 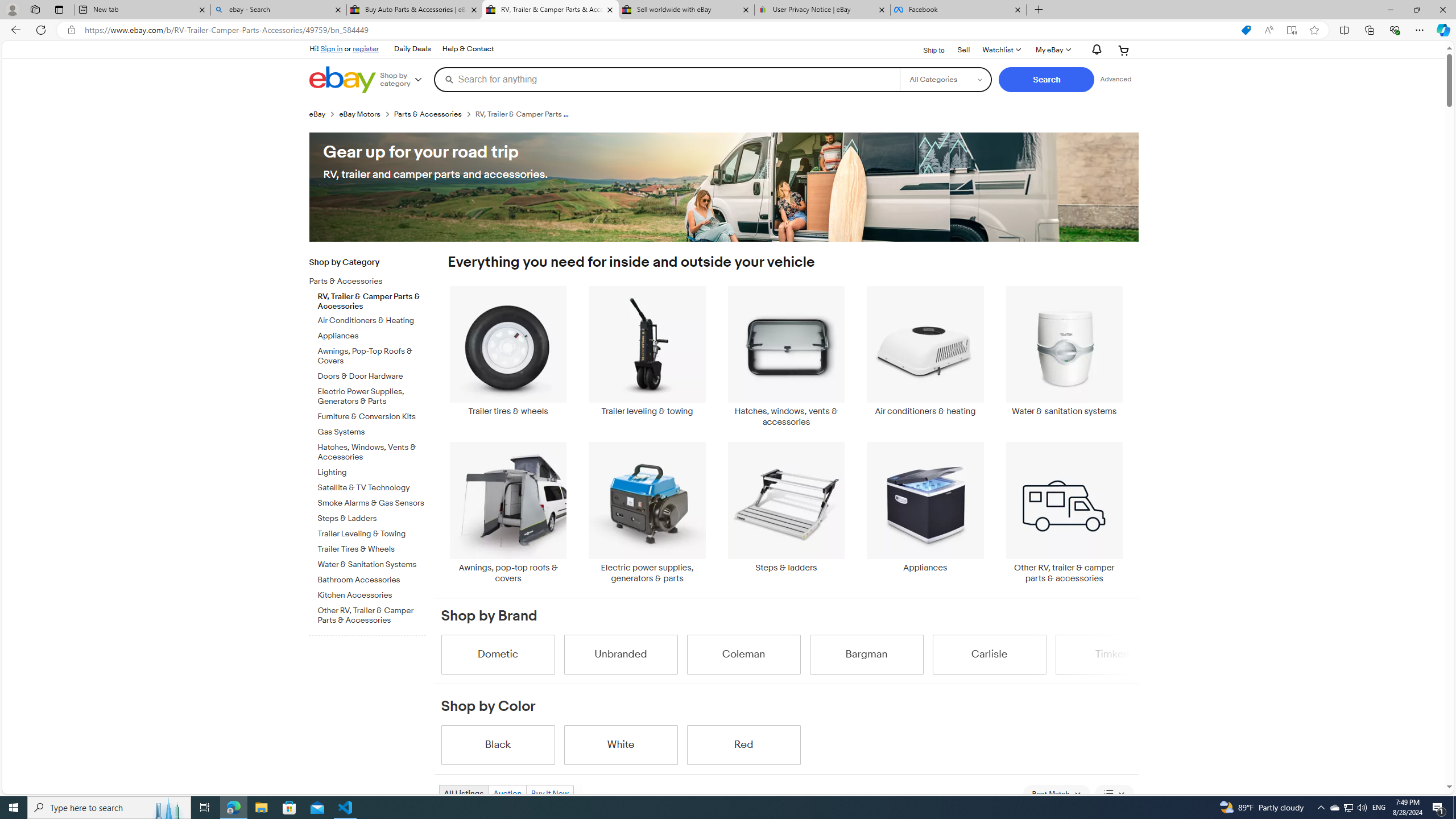 What do you see at coordinates (142, 9) in the screenshot?
I see `'New tab'` at bounding box center [142, 9].